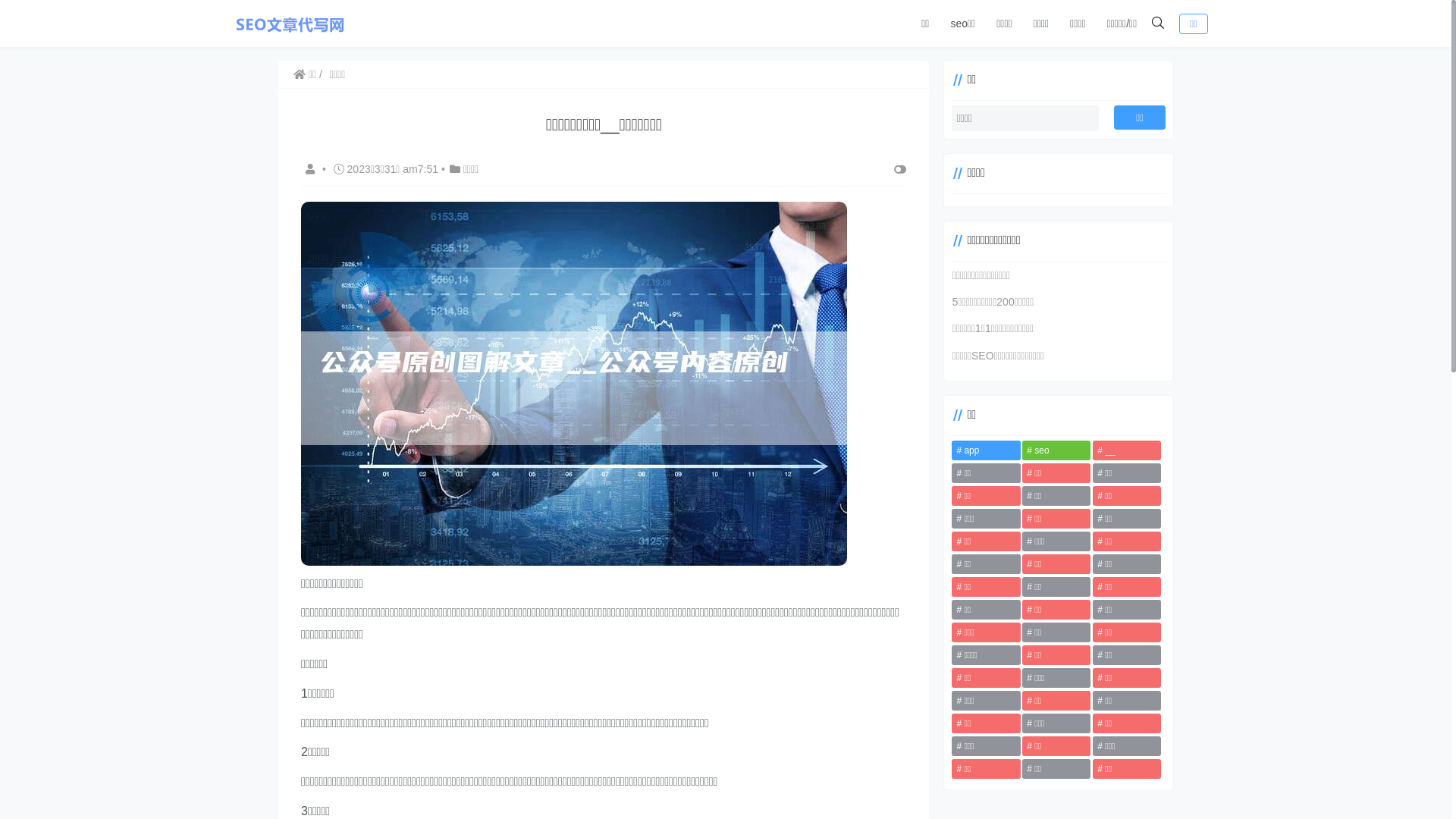 The height and width of the screenshot is (819, 1456). I want to click on 'seo', so click(1055, 450).